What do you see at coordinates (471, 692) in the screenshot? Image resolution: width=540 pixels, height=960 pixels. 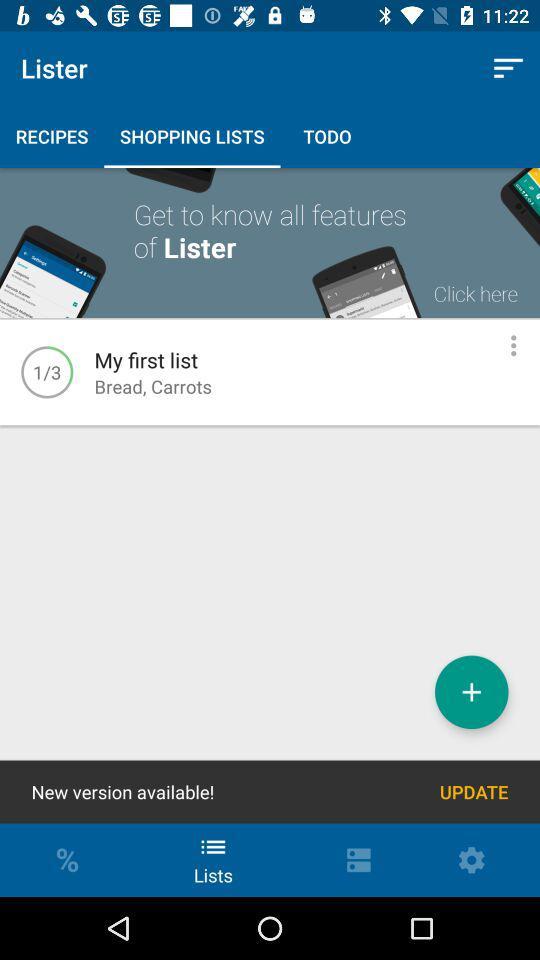 I see `new list` at bounding box center [471, 692].